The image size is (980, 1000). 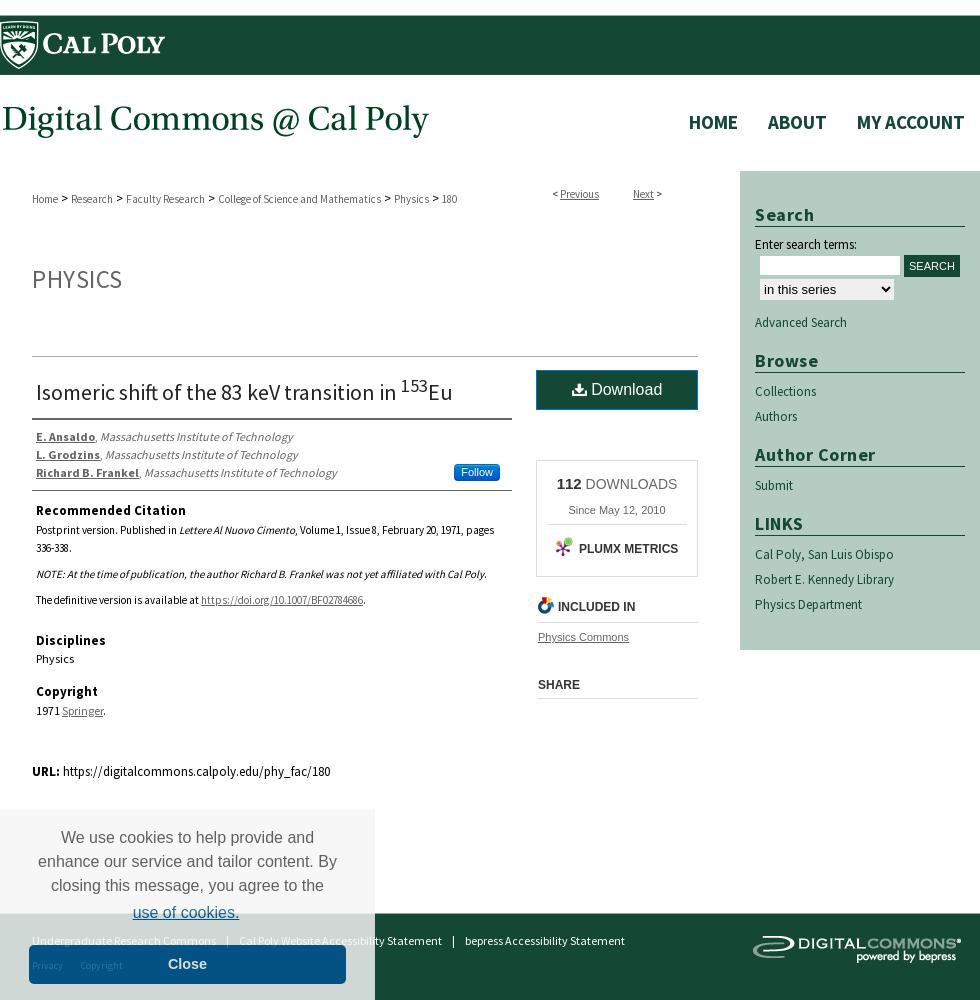 What do you see at coordinates (460, 470) in the screenshot?
I see `'Follow'` at bounding box center [460, 470].